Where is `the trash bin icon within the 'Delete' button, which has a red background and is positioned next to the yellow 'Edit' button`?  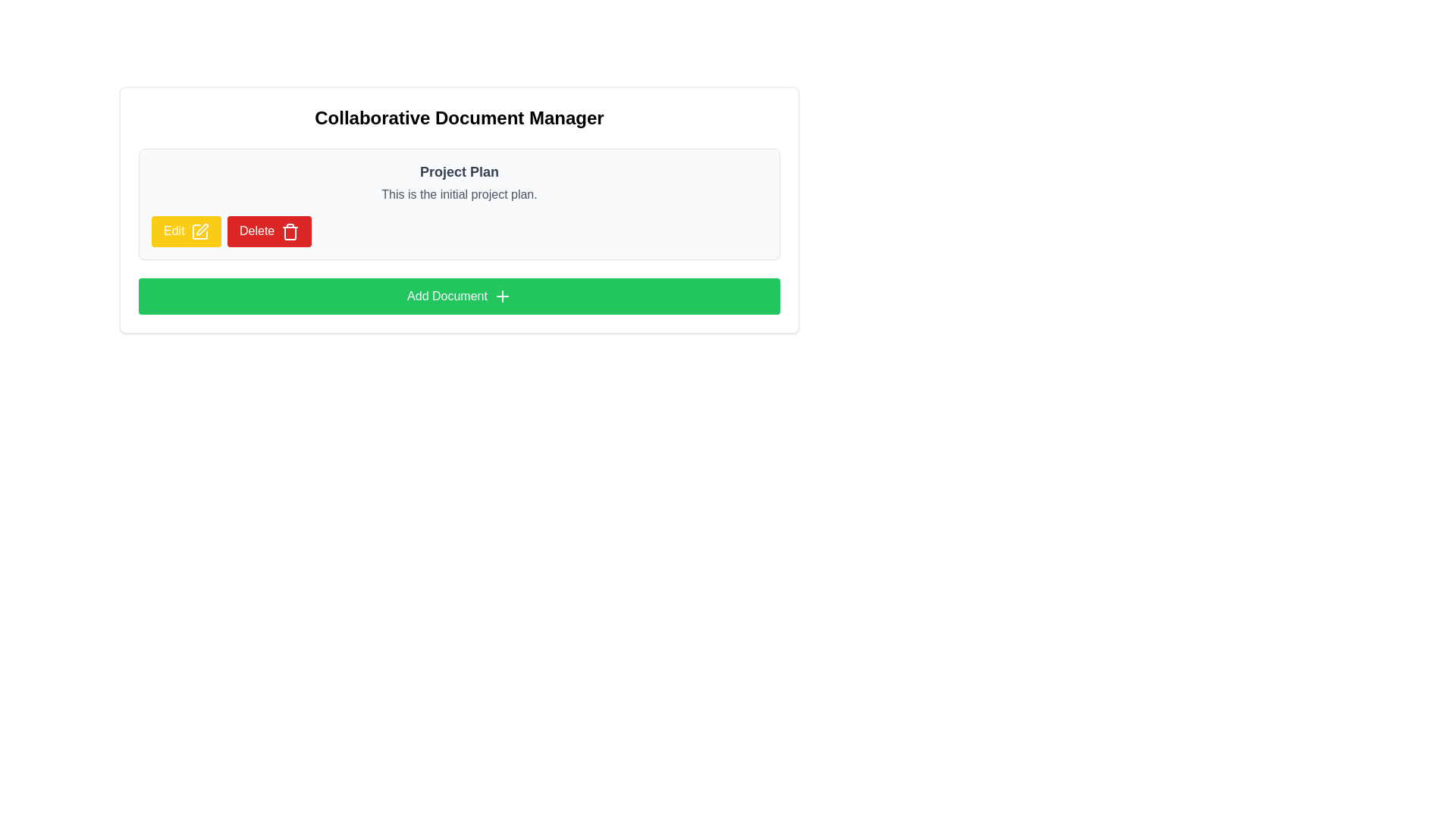
the trash bin icon within the 'Delete' button, which has a red background and is positioned next to the yellow 'Edit' button is located at coordinates (290, 231).